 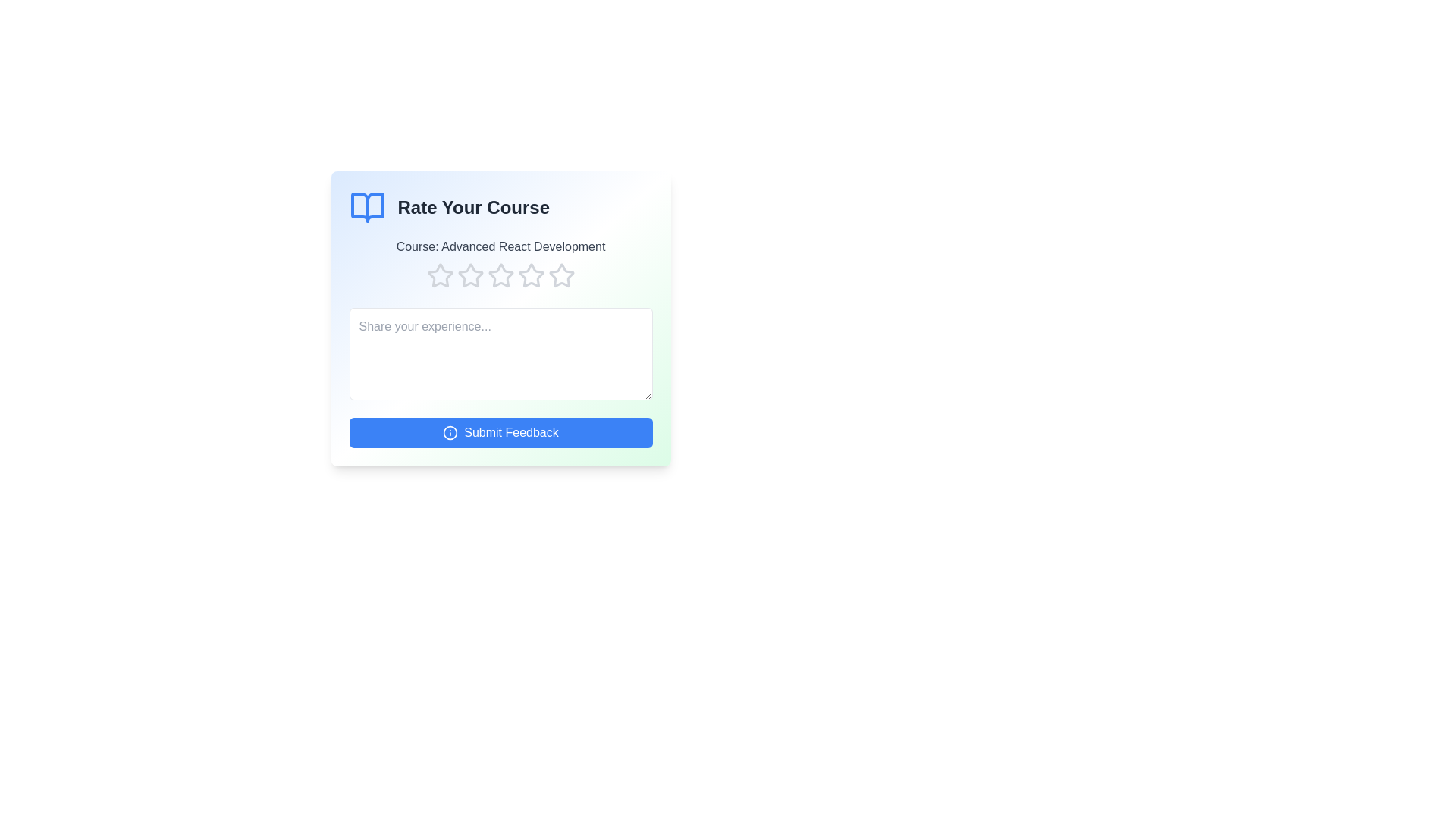 What do you see at coordinates (348, 237) in the screenshot?
I see `the course title and description text for the user to view` at bounding box center [348, 237].